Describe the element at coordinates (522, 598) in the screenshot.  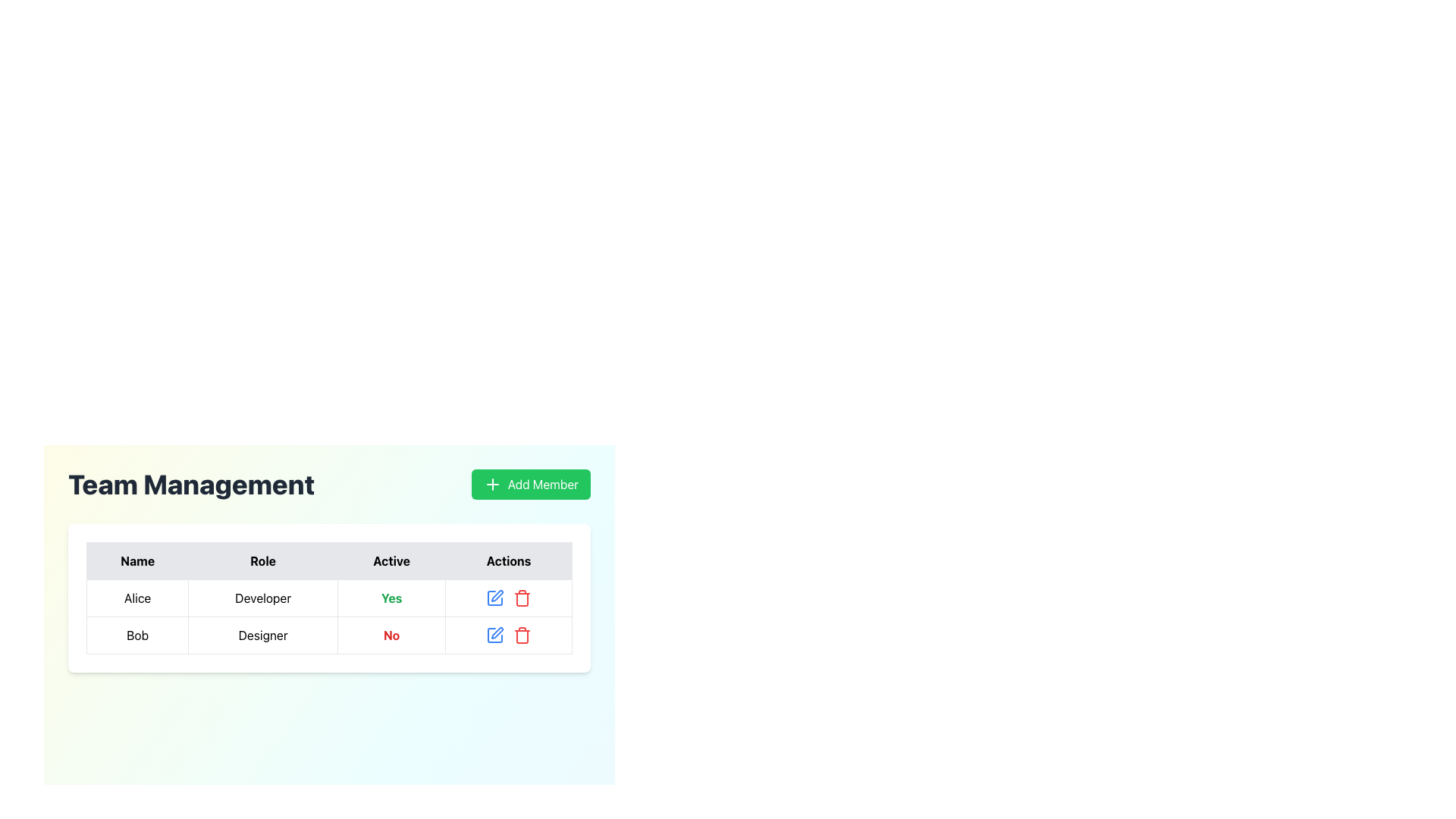
I see `the delete button` at that location.